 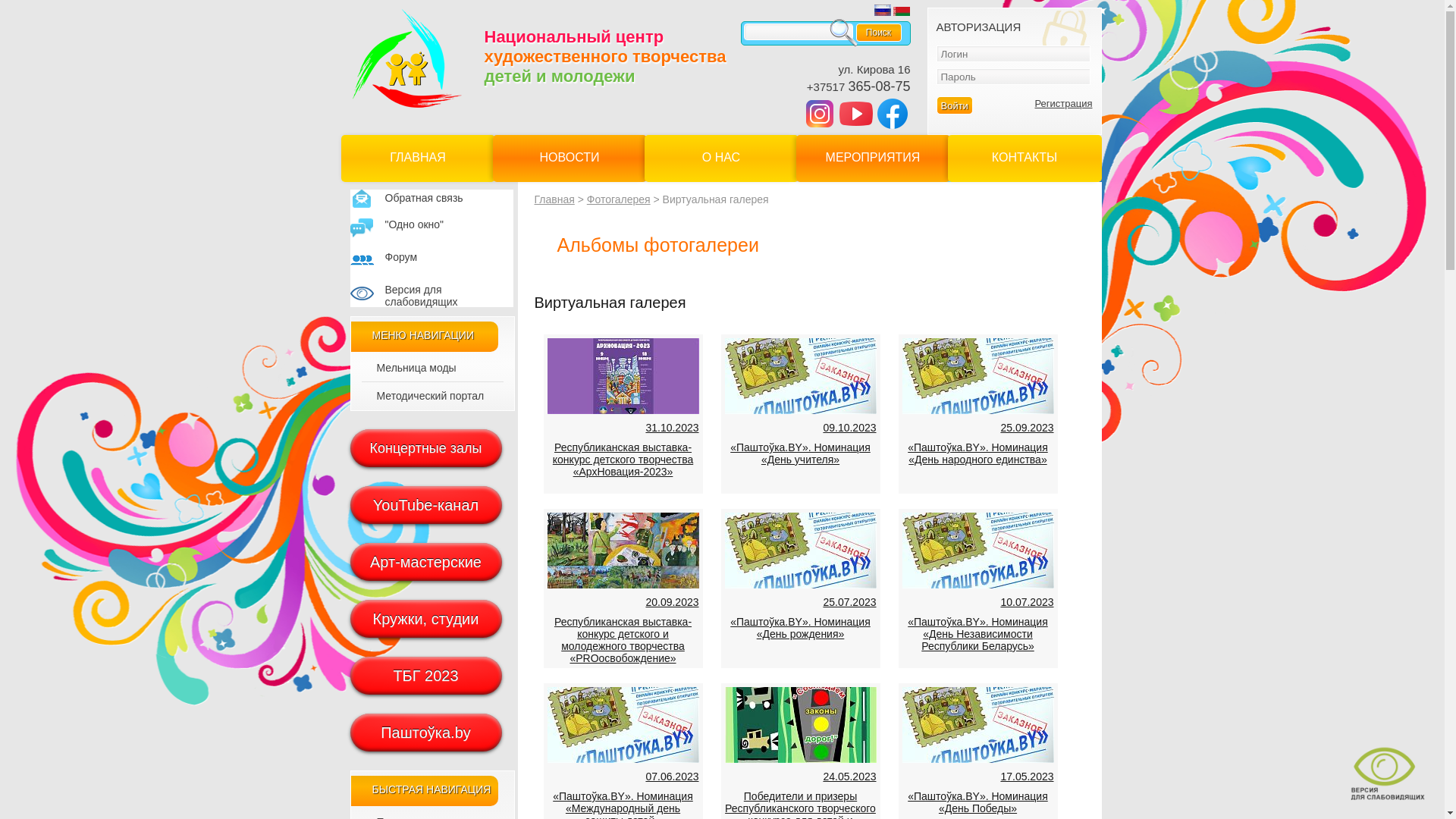 I want to click on '+37517 365-08-75', so click(x=858, y=86).